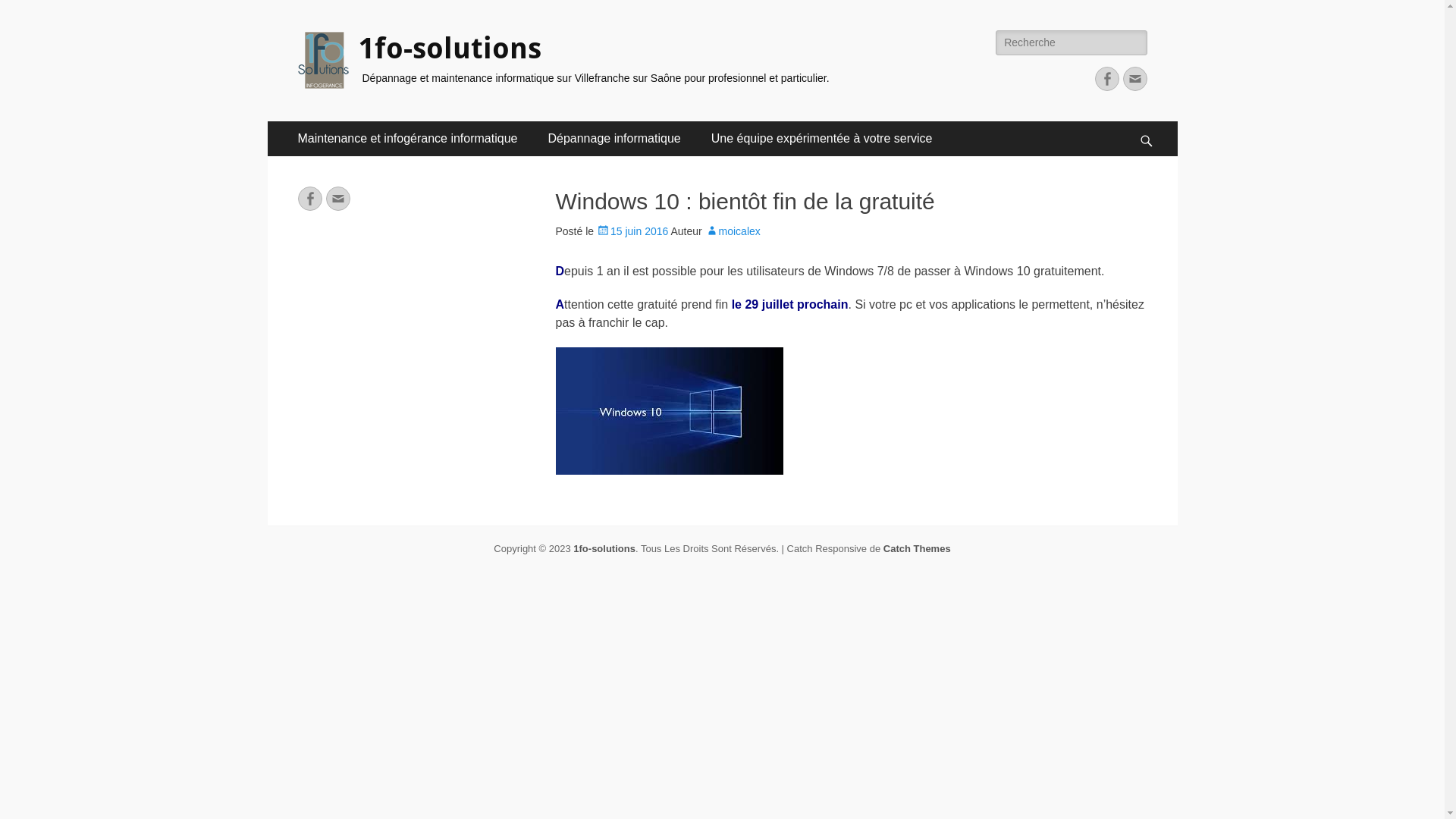 This screenshot has height=819, width=1456. I want to click on 'Adresse de contact', so click(1134, 79).